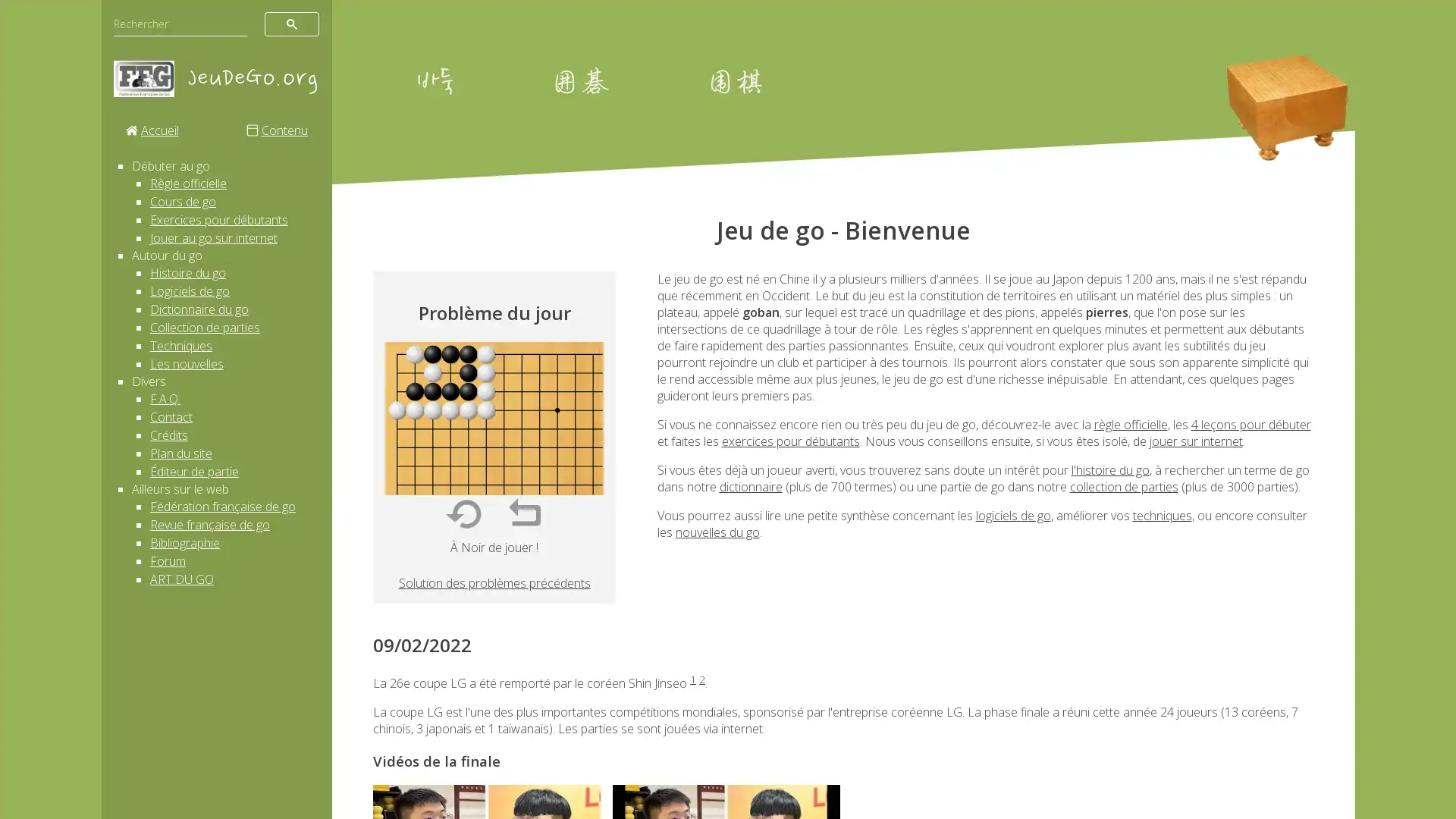 This screenshot has height=819, width=1456. Describe the element at coordinates (291, 24) in the screenshot. I see `rechercher` at that location.